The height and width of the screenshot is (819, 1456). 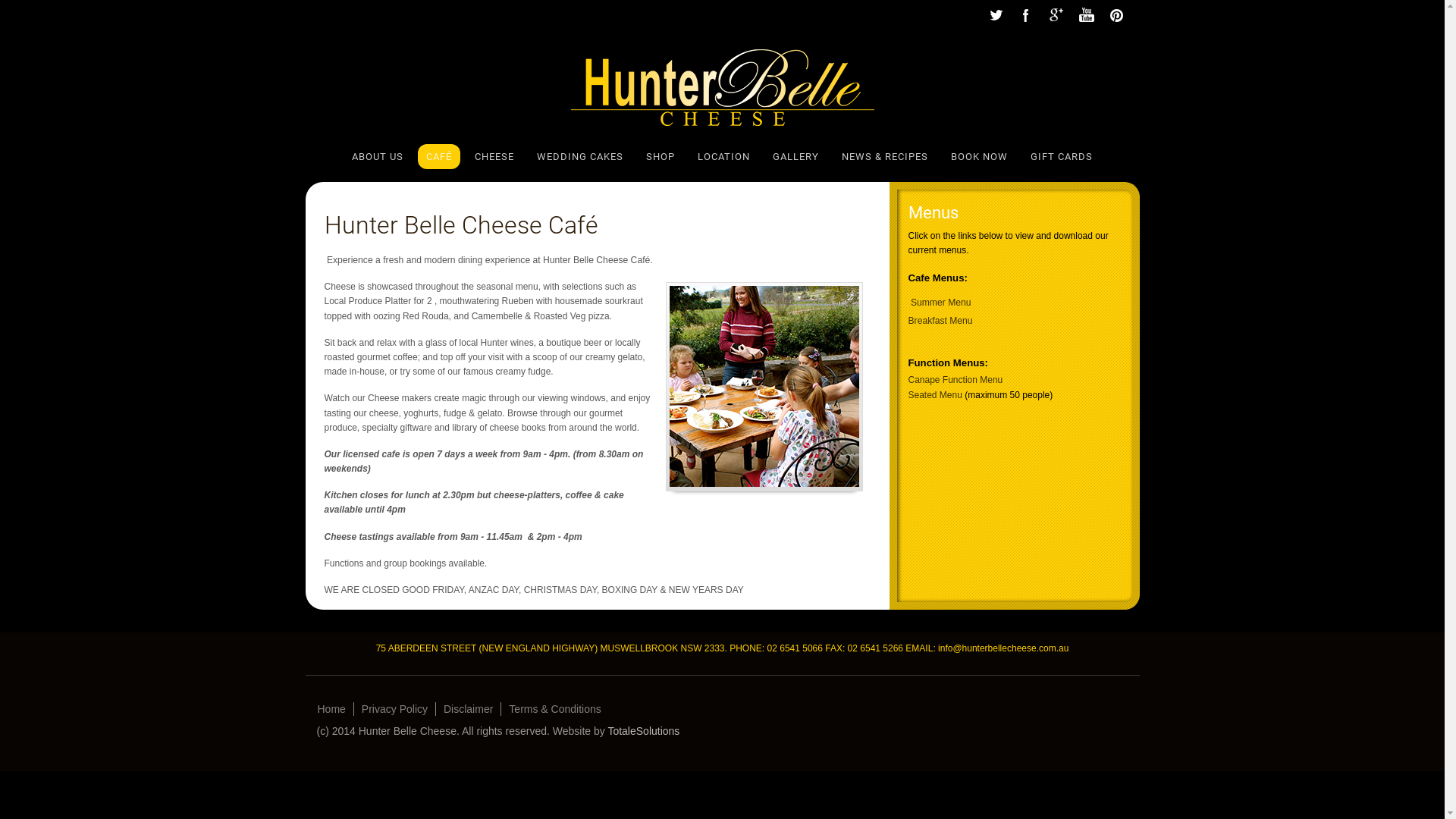 I want to click on 'LOCATION', so click(x=723, y=156).